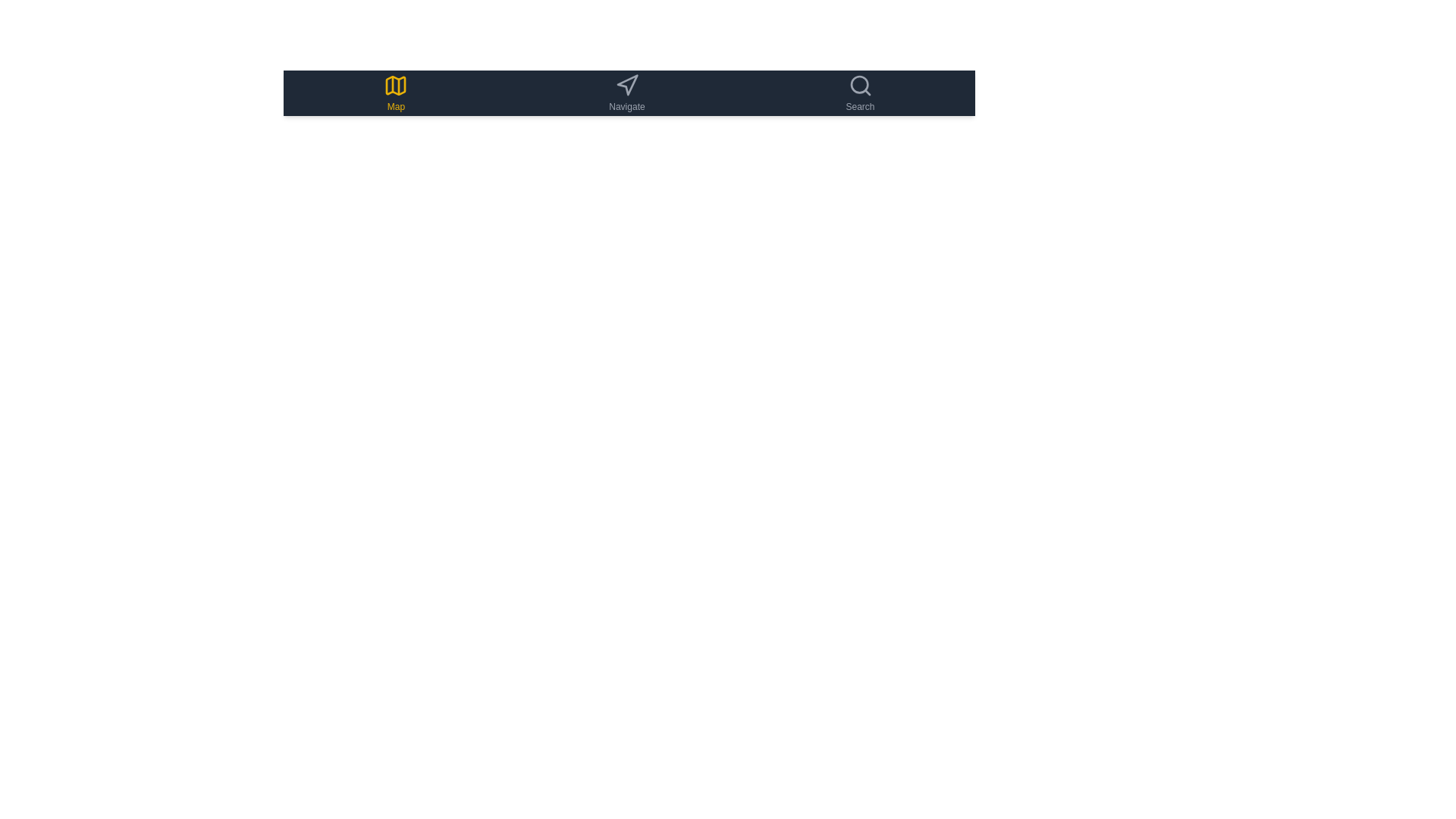  What do you see at coordinates (626, 93) in the screenshot?
I see `the navigation Button with an icon and label located in the top horizontal bar, specifically the second option between 'Map' and 'Search'` at bounding box center [626, 93].